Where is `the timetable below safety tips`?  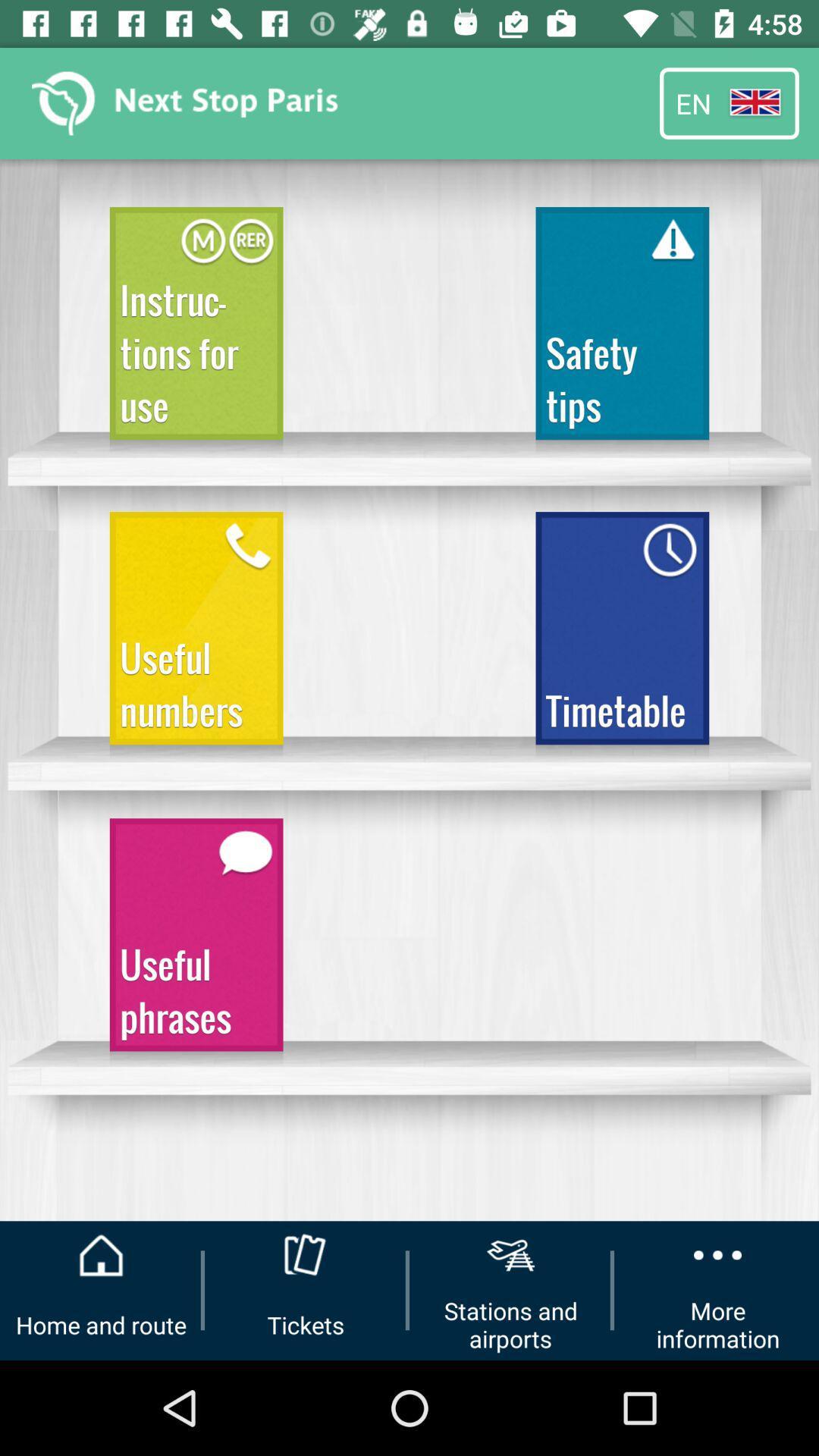 the timetable below safety tips is located at coordinates (623, 635).